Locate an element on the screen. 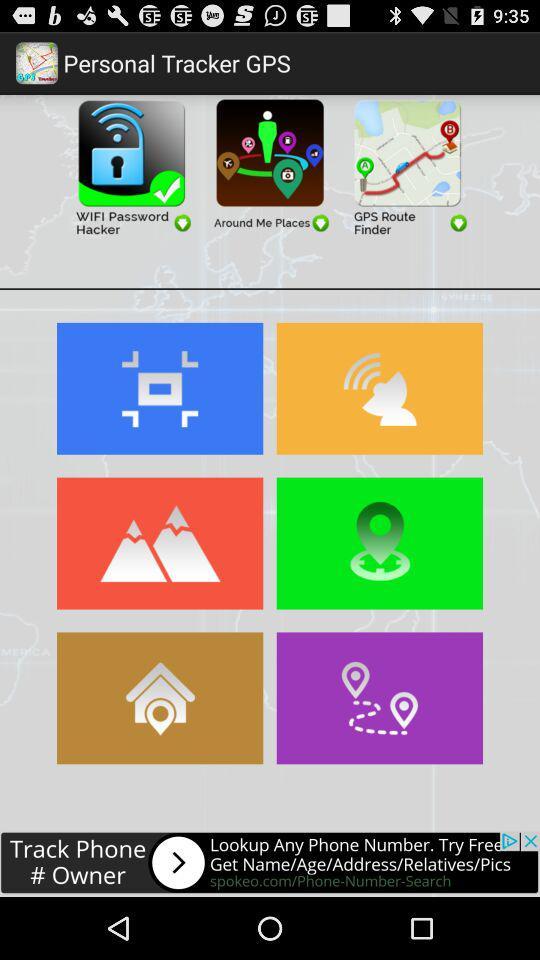 Image resolution: width=540 pixels, height=960 pixels. button image is located at coordinates (159, 543).